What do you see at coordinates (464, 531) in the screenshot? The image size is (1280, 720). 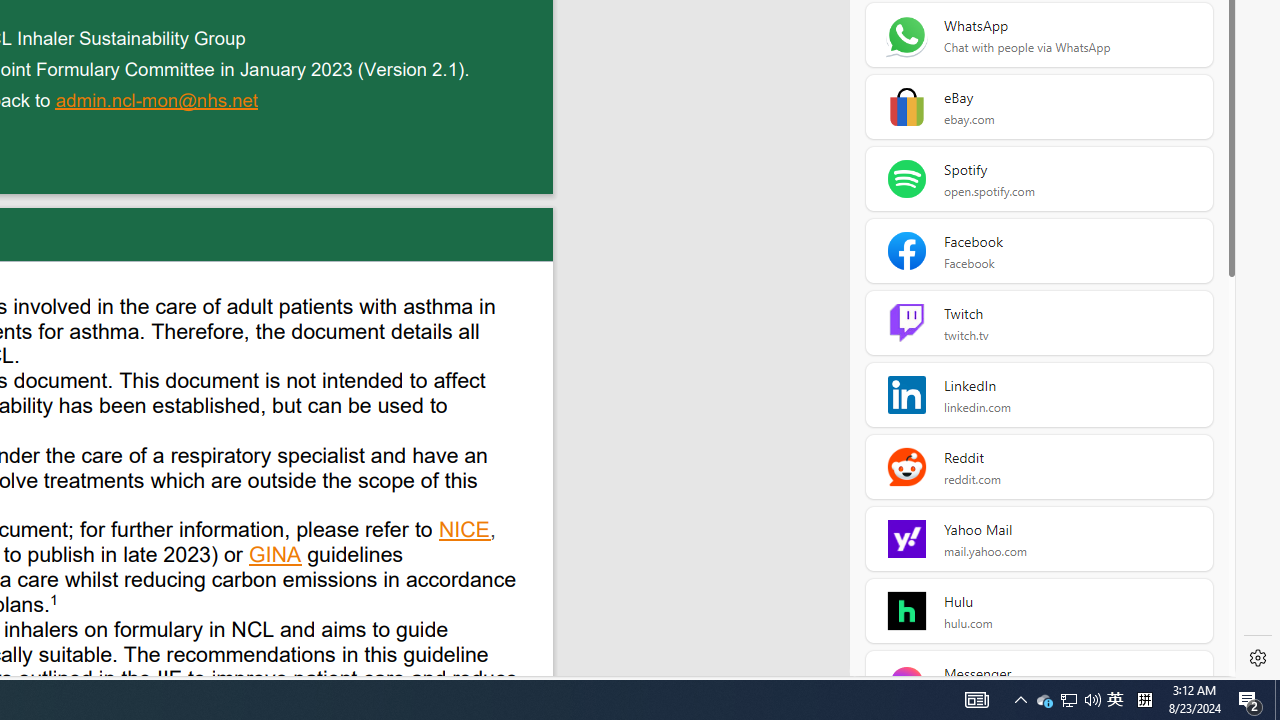 I see `'NICE'` at bounding box center [464, 531].